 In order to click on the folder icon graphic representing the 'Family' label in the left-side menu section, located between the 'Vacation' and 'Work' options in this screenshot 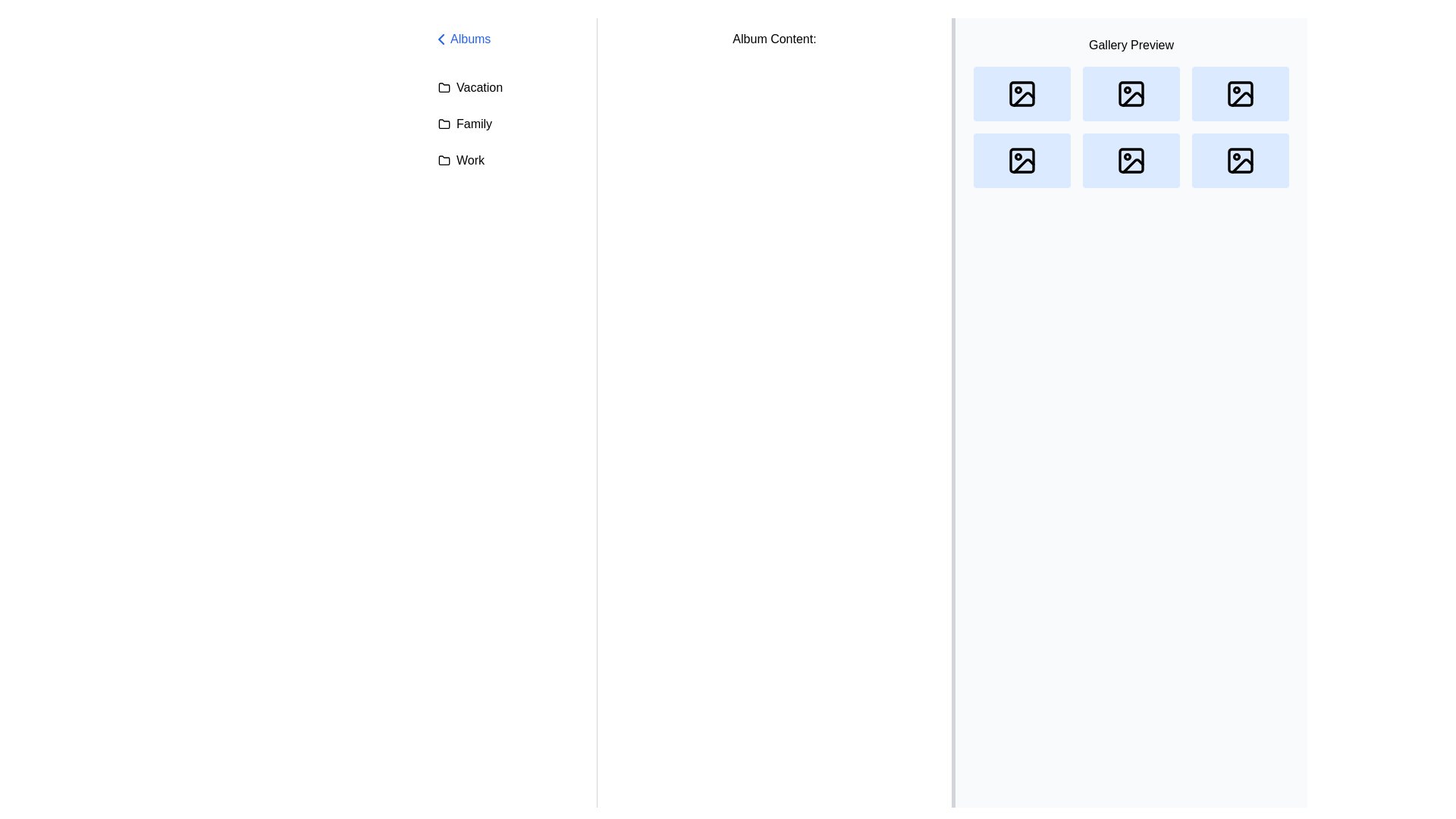, I will do `click(443, 122)`.